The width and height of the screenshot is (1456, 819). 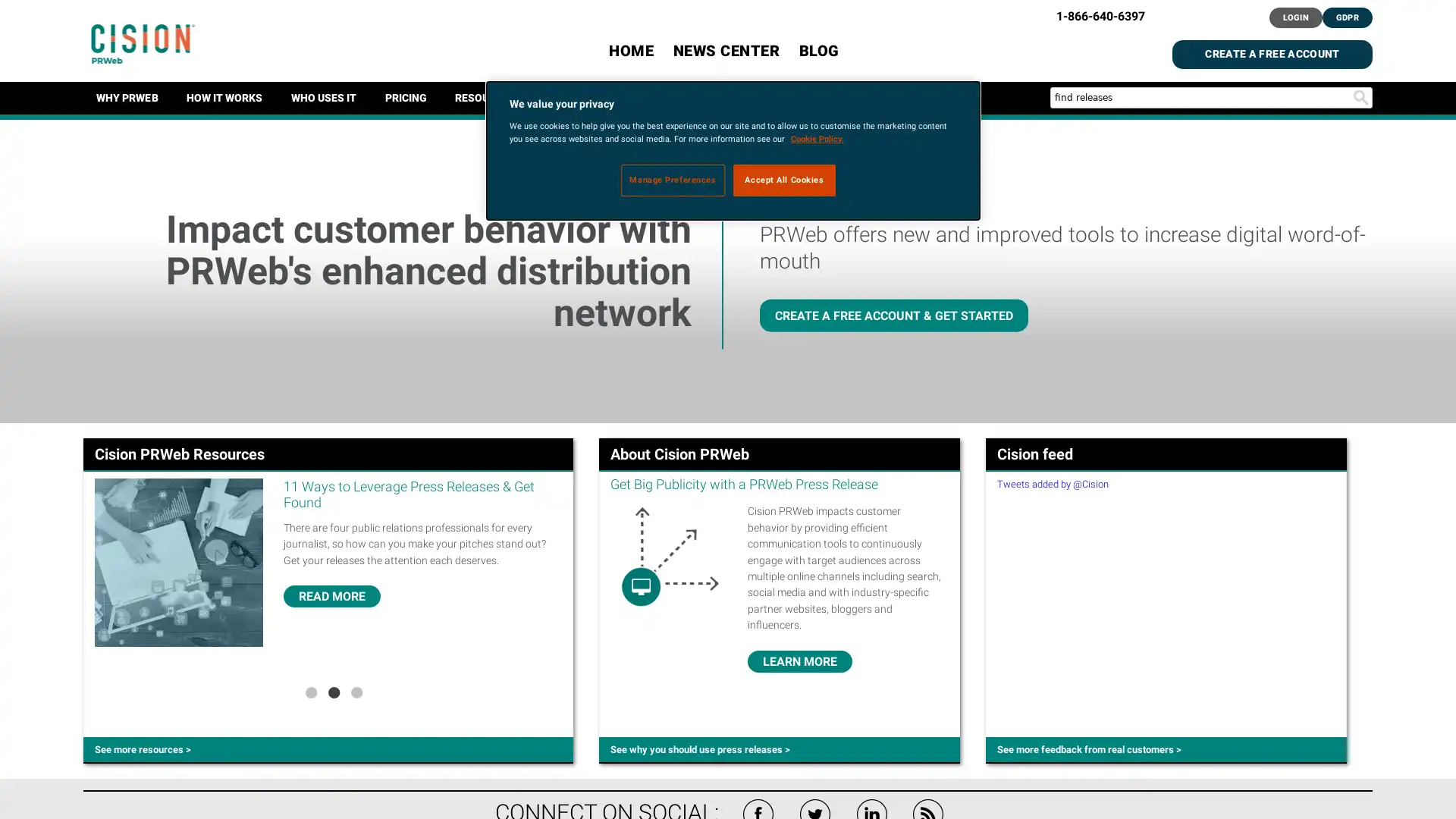 I want to click on 3, so click(x=356, y=691).